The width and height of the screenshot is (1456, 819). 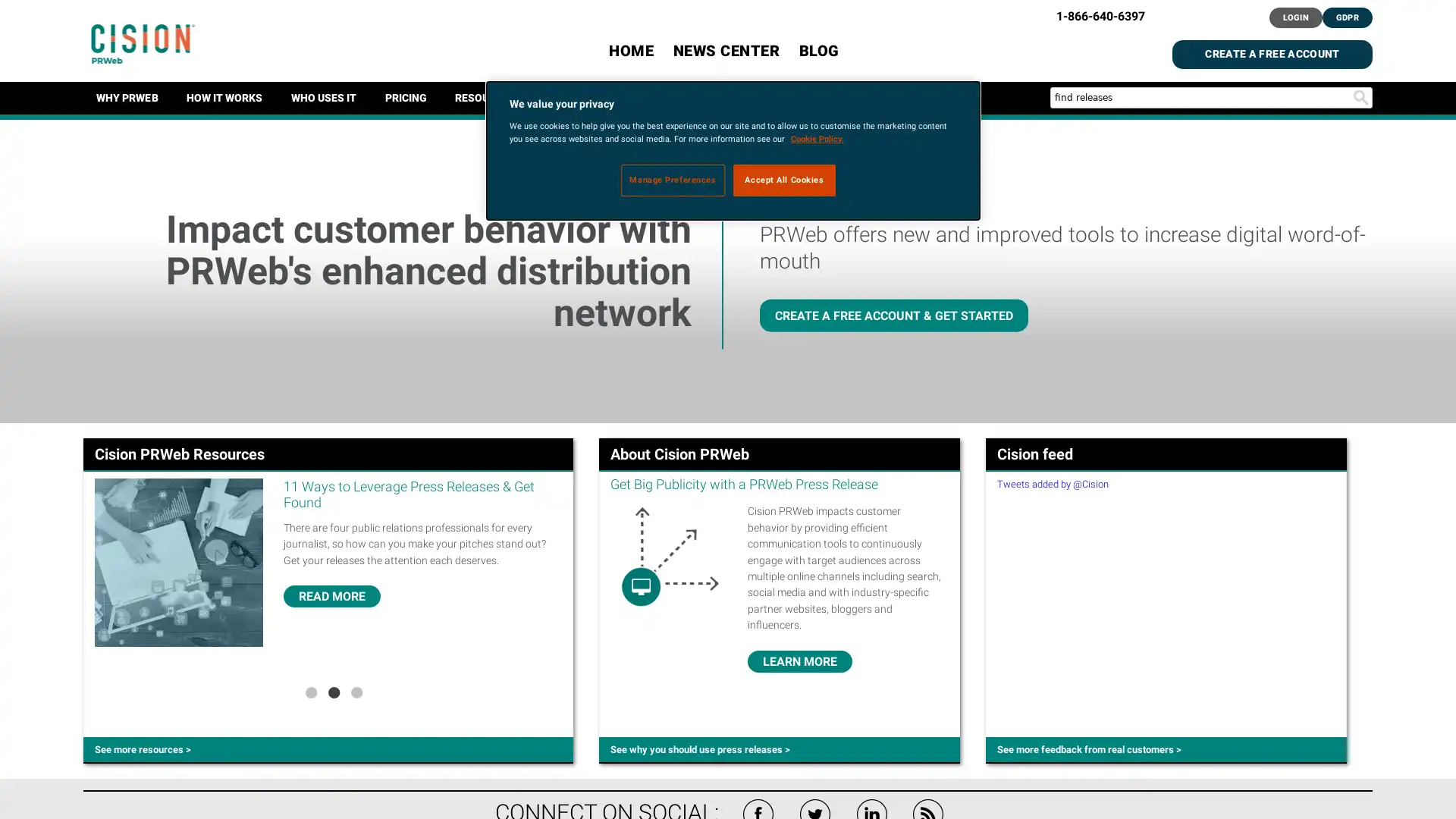 I want to click on 3, so click(x=356, y=691).